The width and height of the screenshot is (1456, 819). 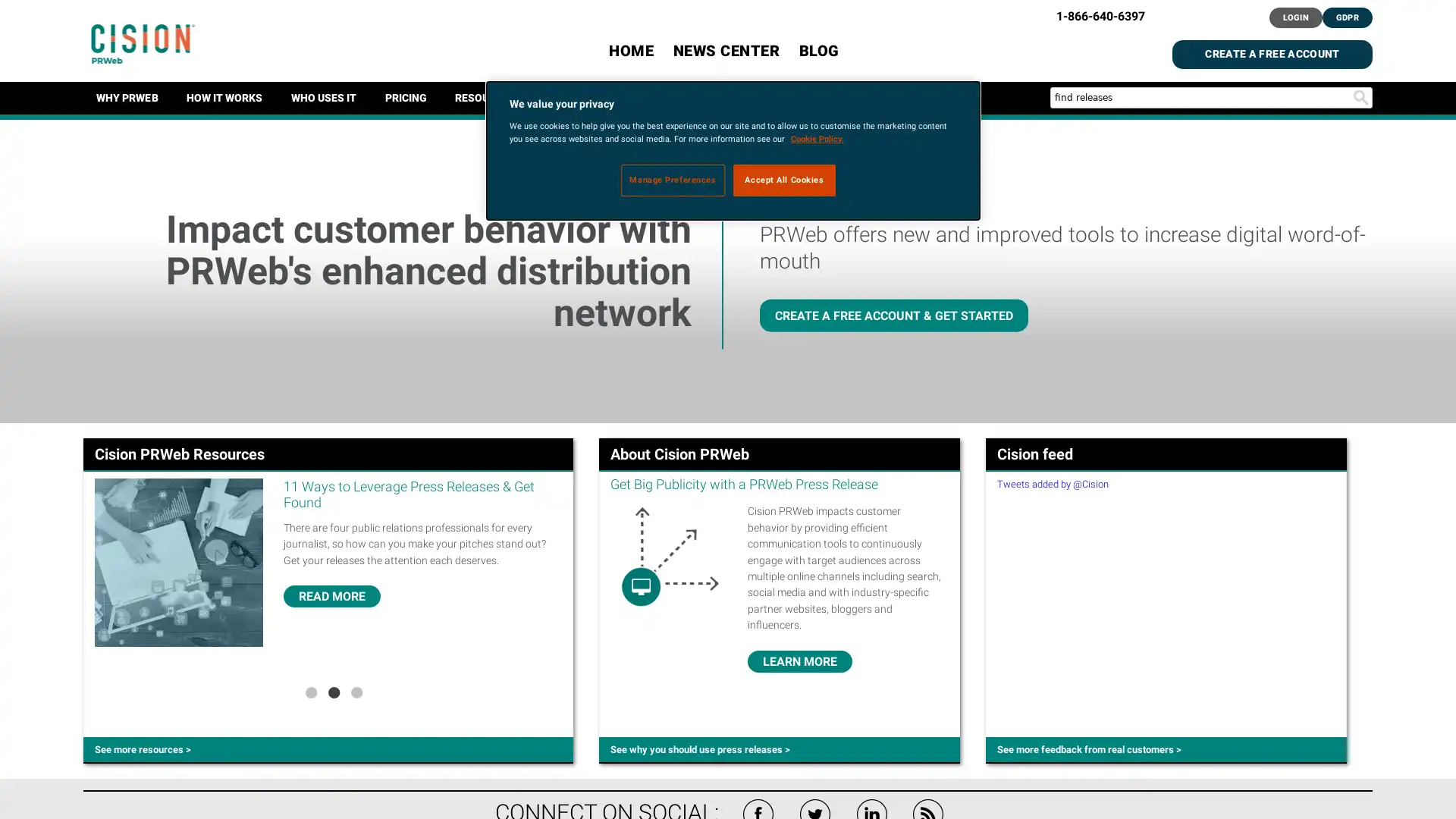 I want to click on 3, so click(x=356, y=691).